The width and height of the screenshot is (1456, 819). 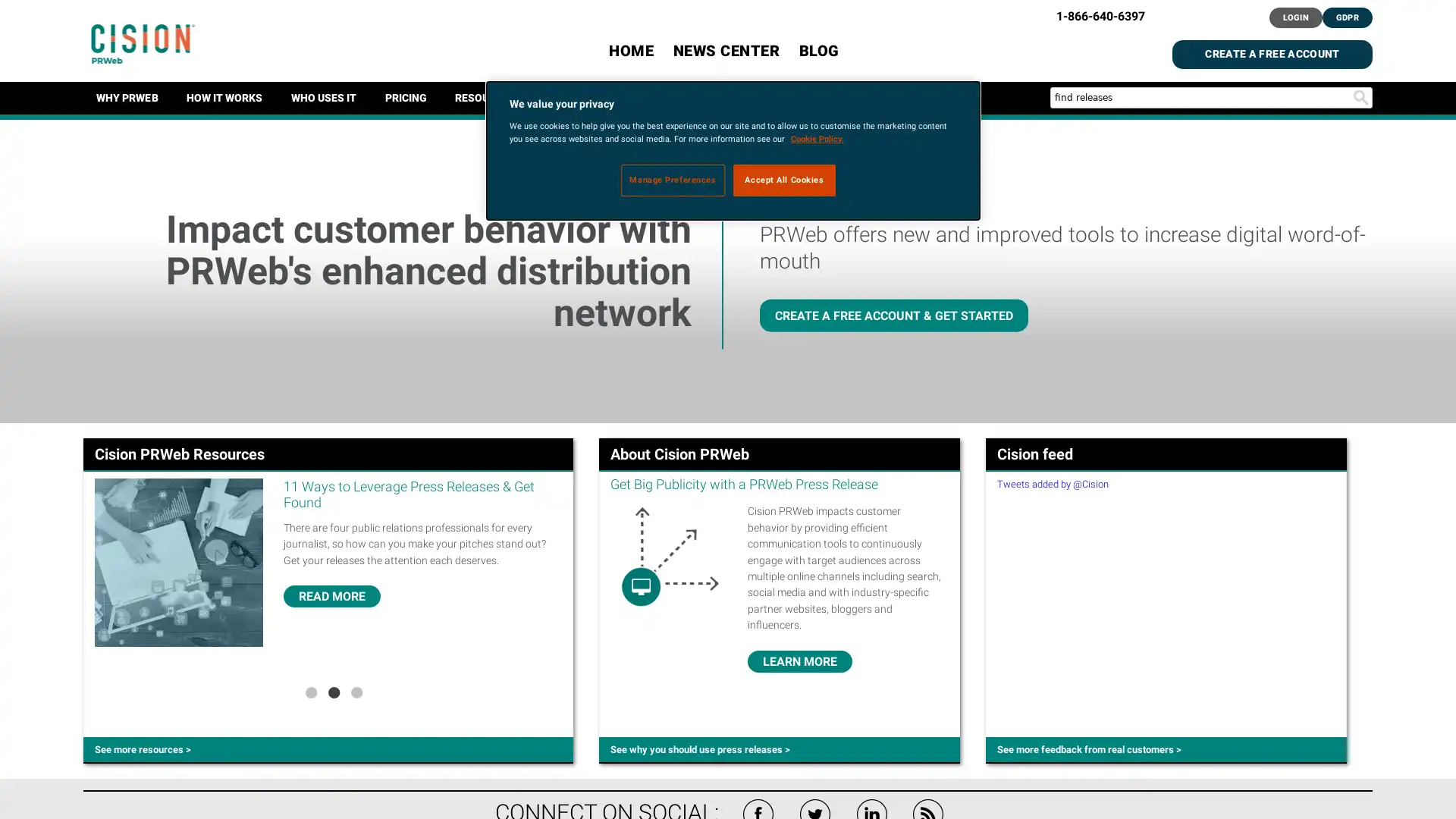 I want to click on 3, so click(x=356, y=691).